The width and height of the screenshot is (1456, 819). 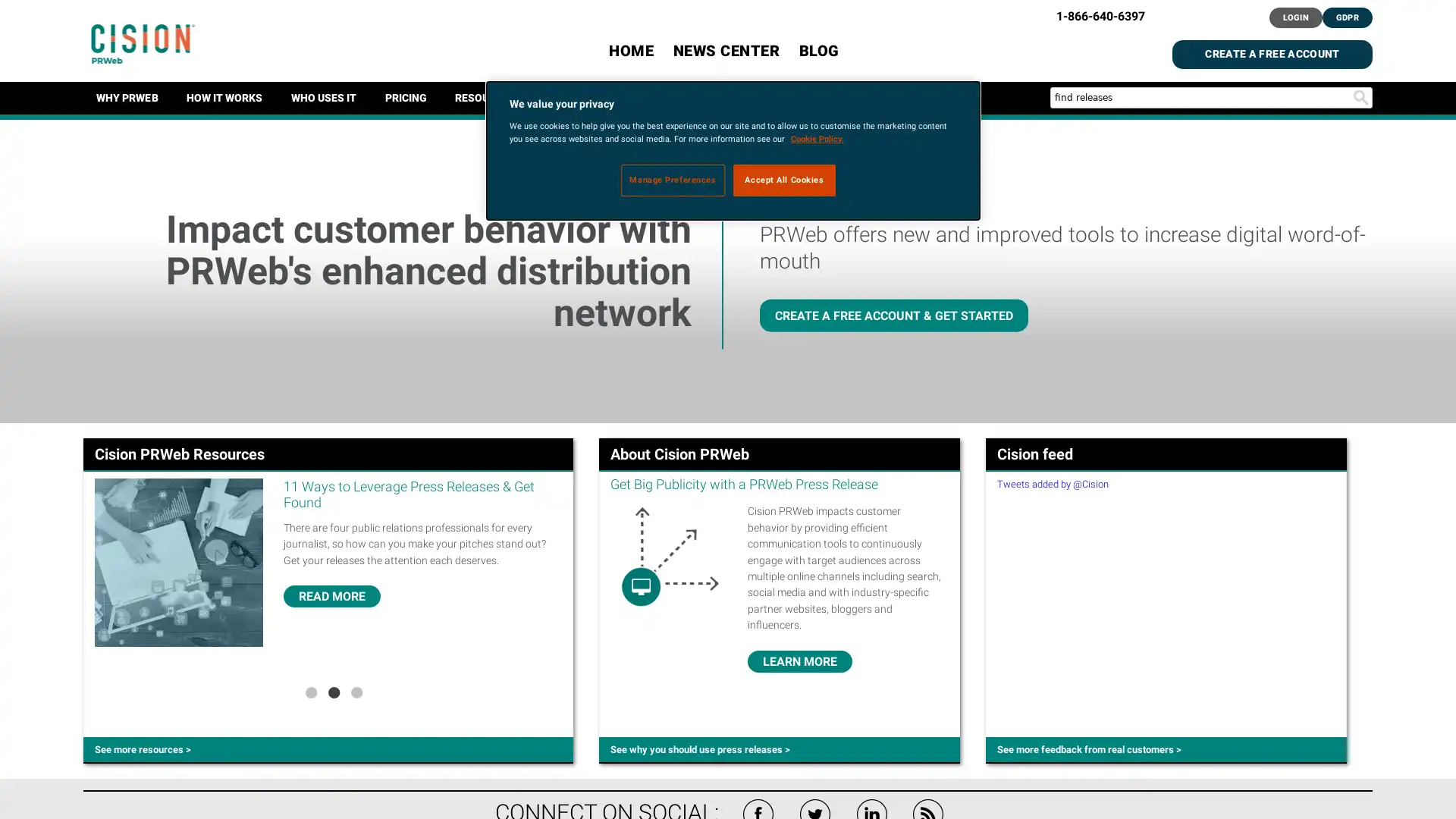 I want to click on 3, so click(x=356, y=691).